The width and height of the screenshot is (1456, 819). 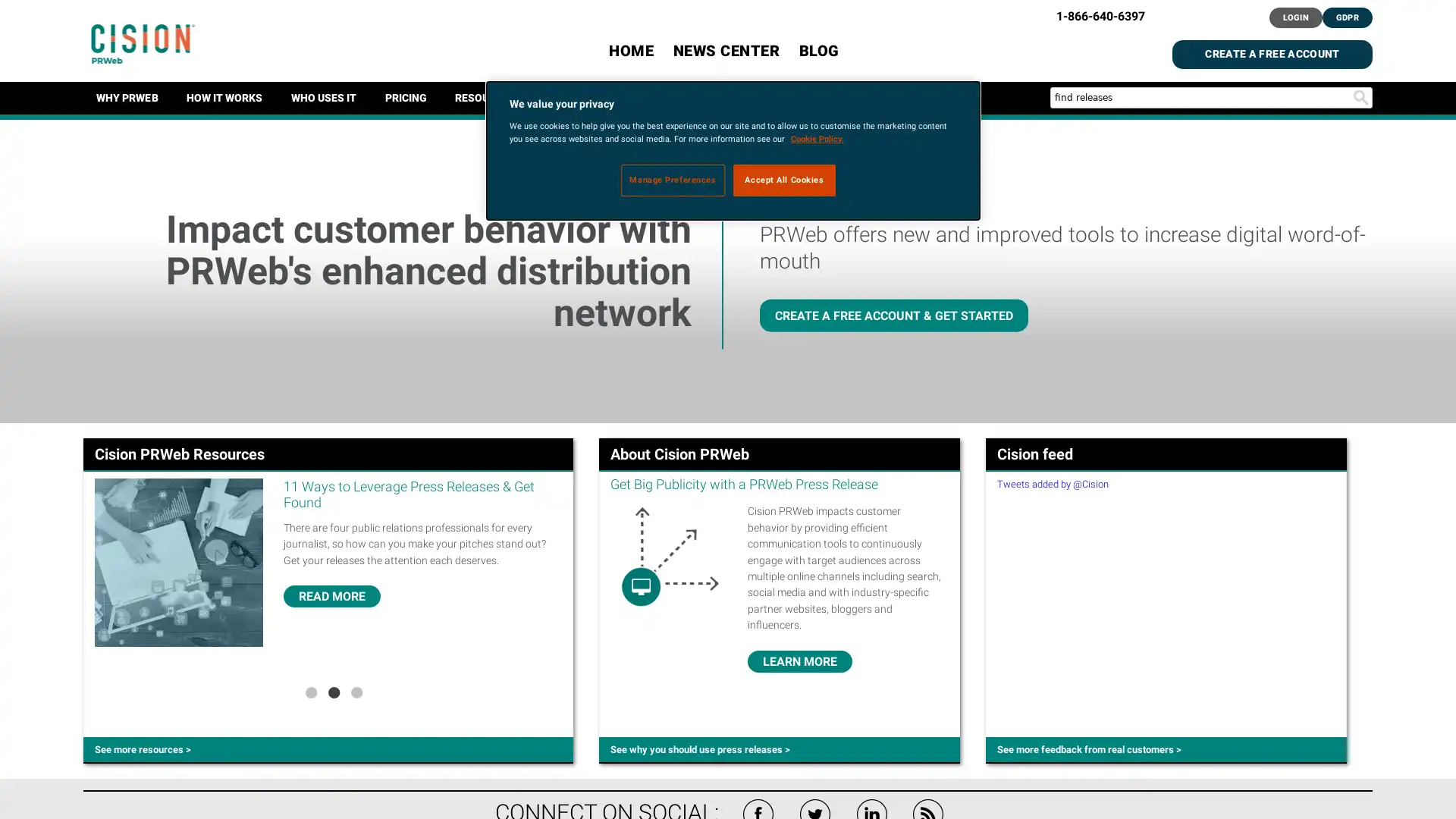 I want to click on 3, so click(x=356, y=691).